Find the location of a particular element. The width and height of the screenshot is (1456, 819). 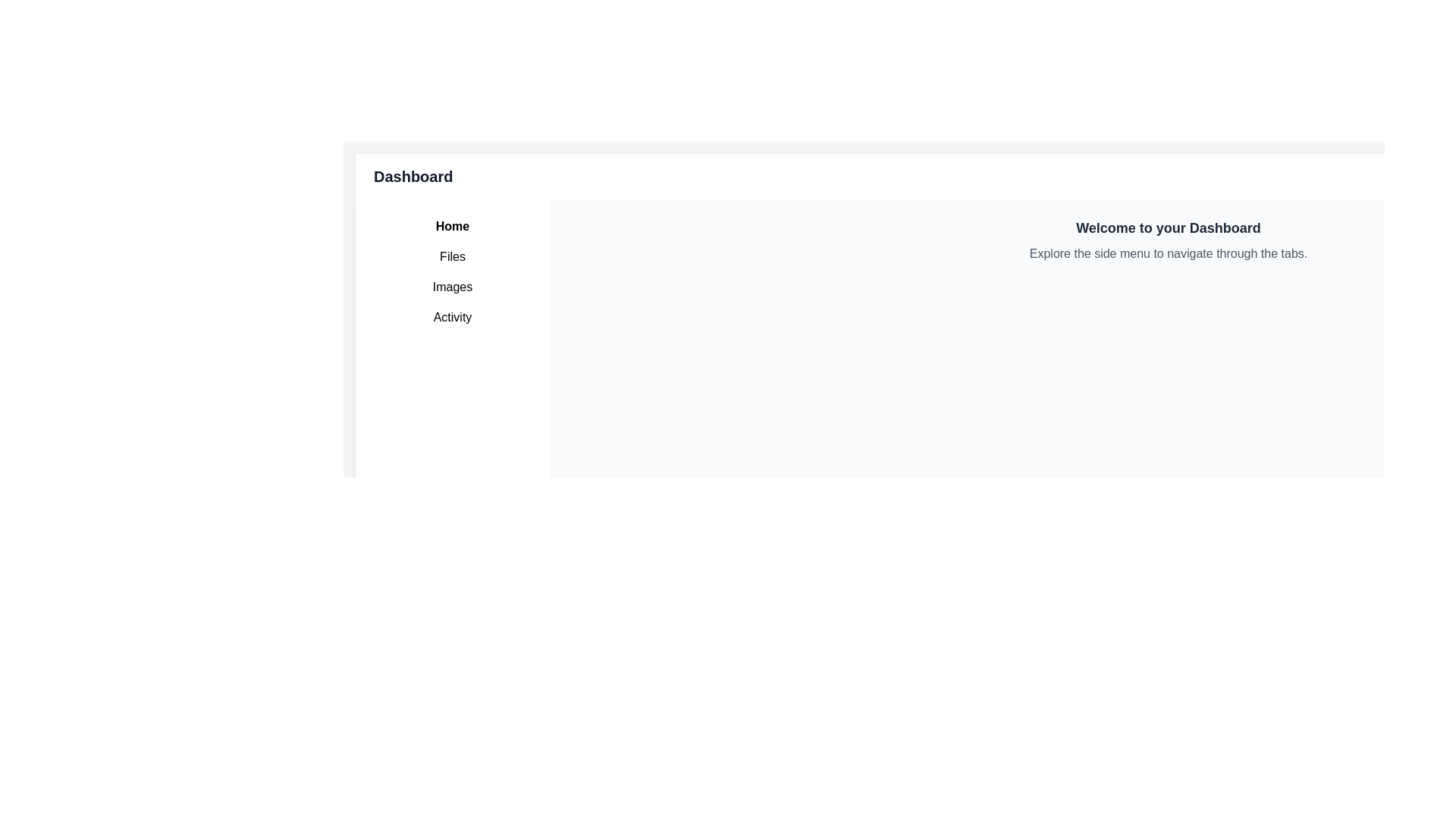

the 'Activity' text label, which is the fourth item in the vertical navigation menu, located beneath 'Images' is located at coordinates (451, 317).